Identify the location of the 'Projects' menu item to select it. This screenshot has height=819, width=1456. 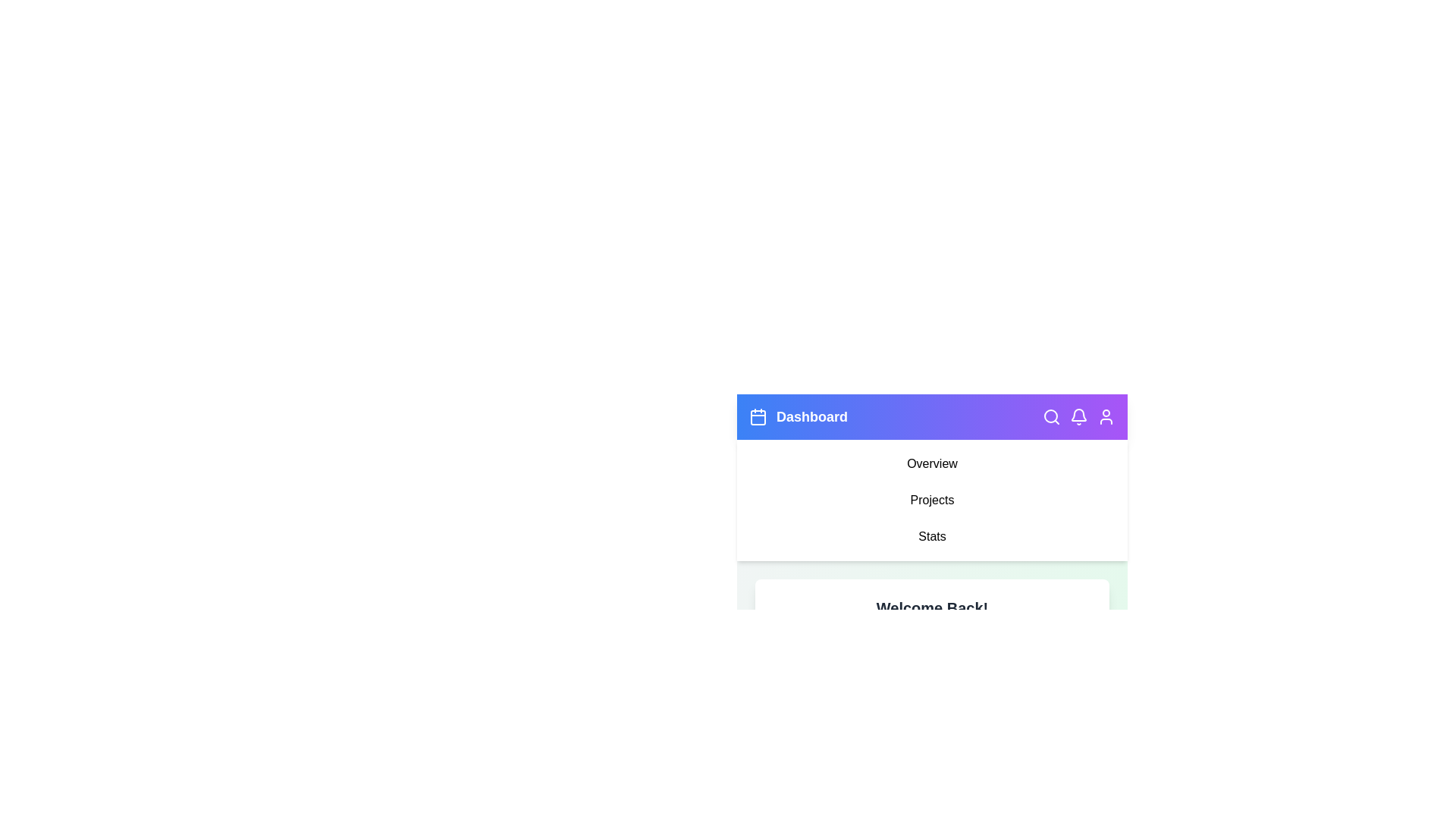
(931, 500).